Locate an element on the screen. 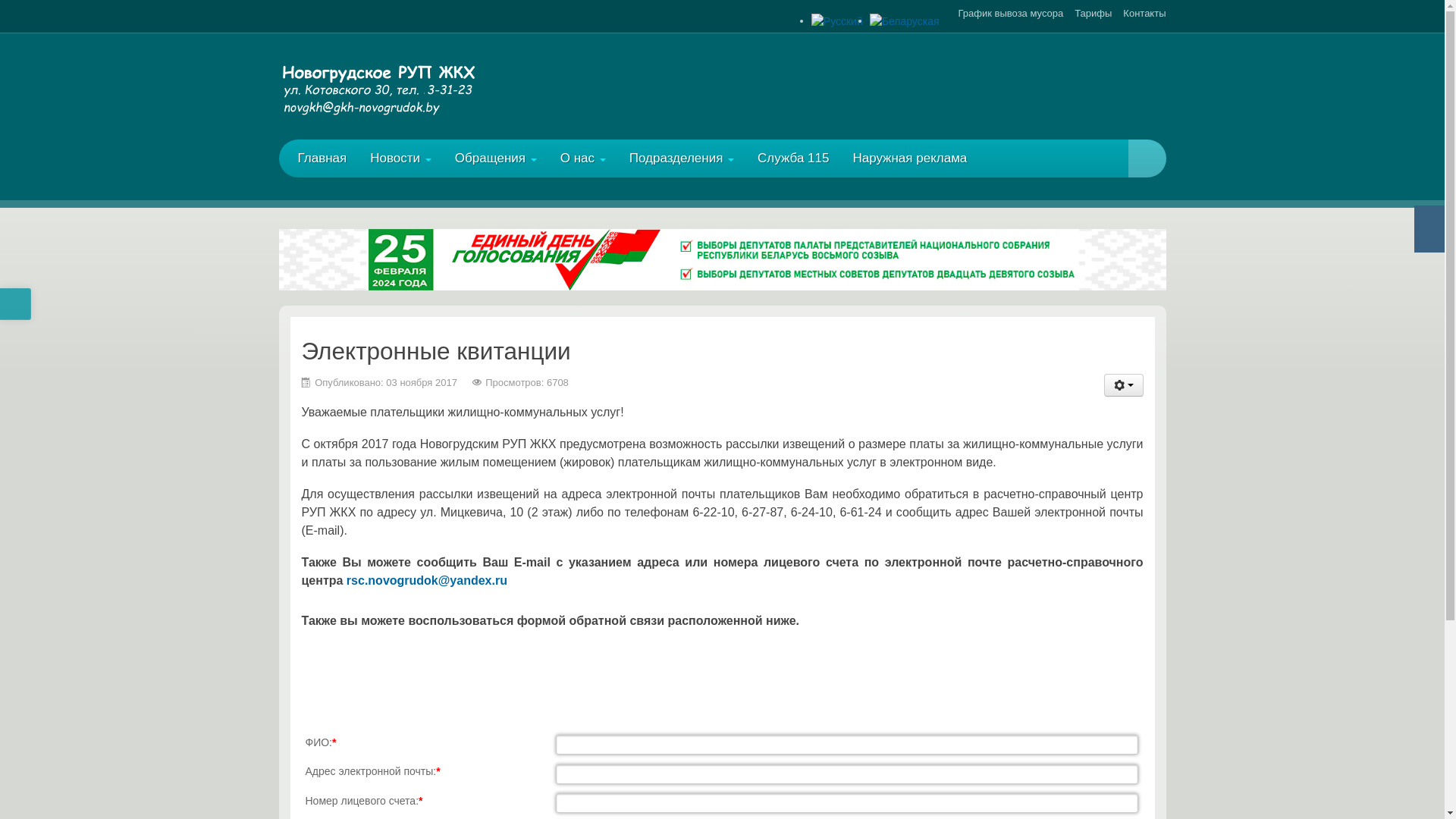 The image size is (1456, 819). 'rsc.novogrudok@yandex.ru' is located at coordinates (425, 580).